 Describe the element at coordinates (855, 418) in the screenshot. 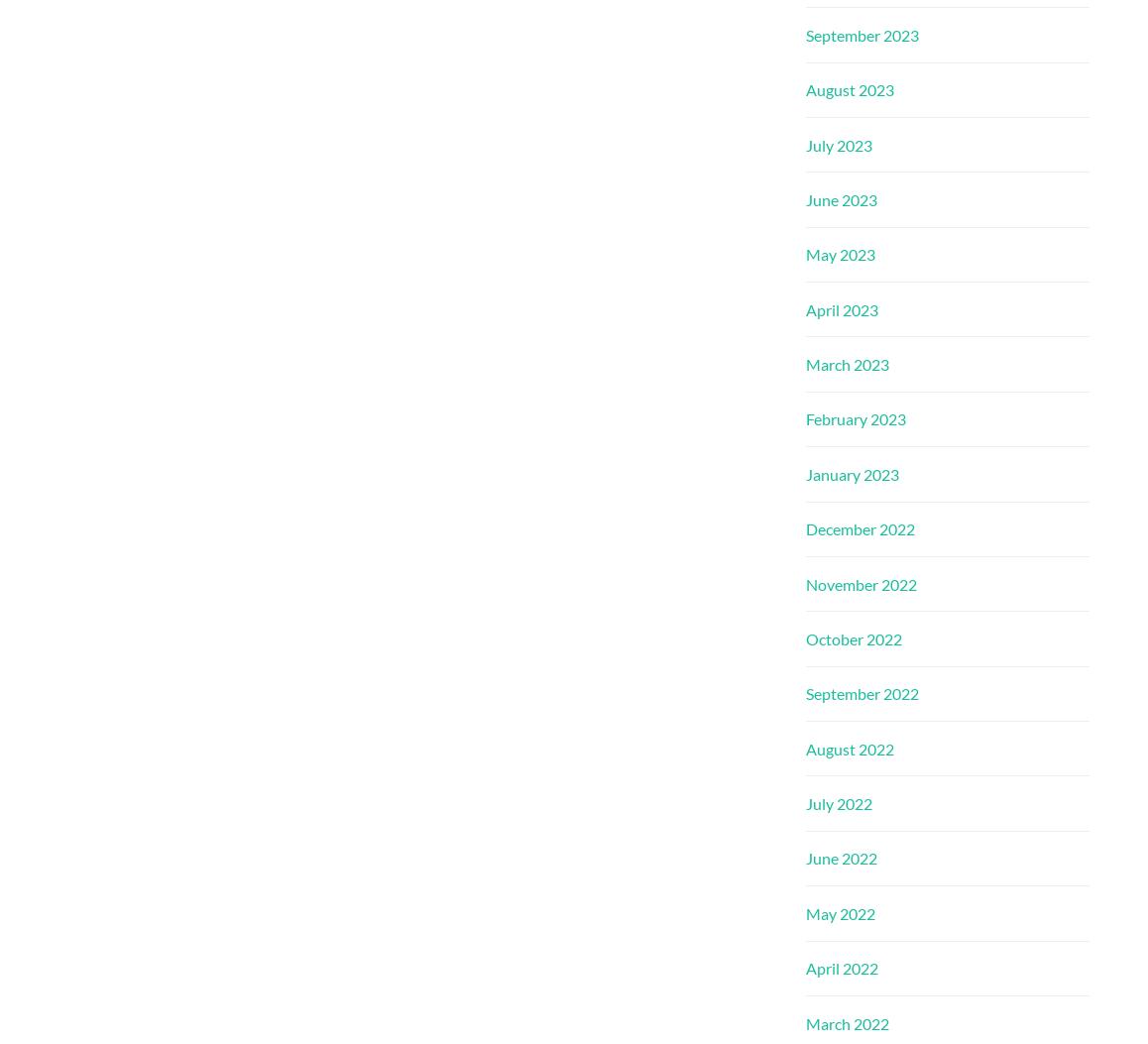

I see `'February 2023'` at that location.